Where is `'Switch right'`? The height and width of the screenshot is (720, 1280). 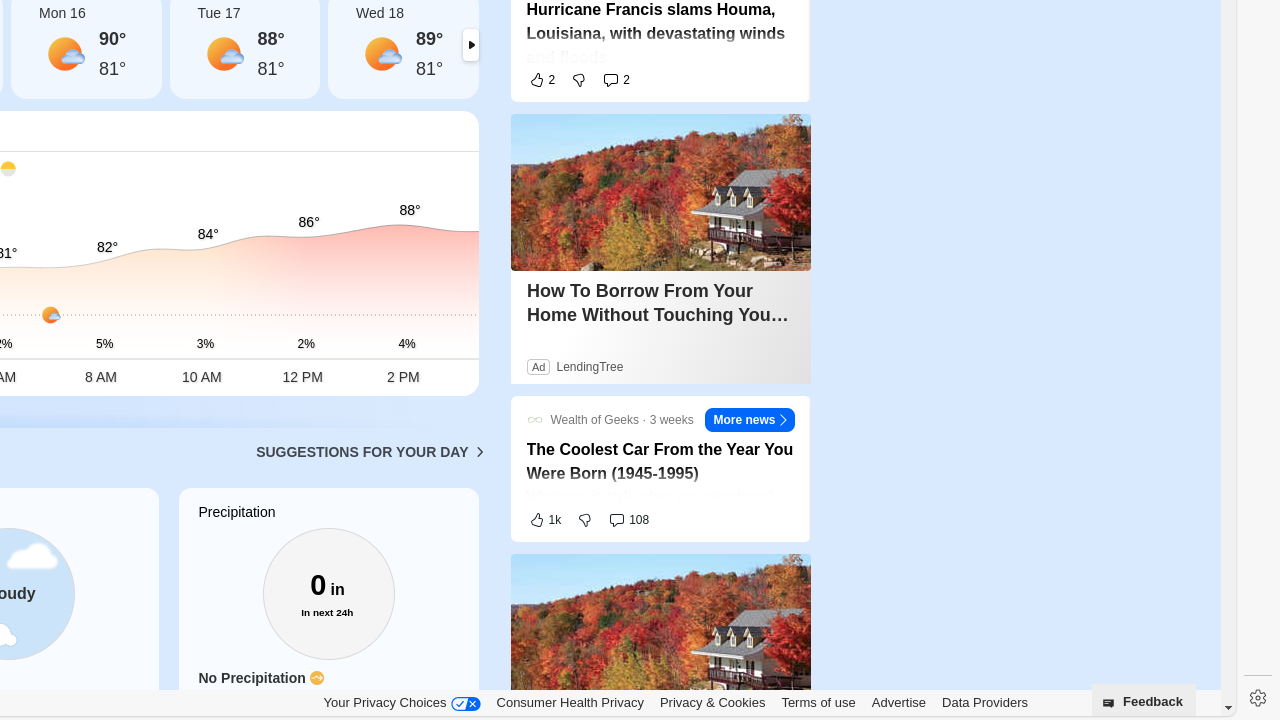
'Switch right' is located at coordinates (469, 45).